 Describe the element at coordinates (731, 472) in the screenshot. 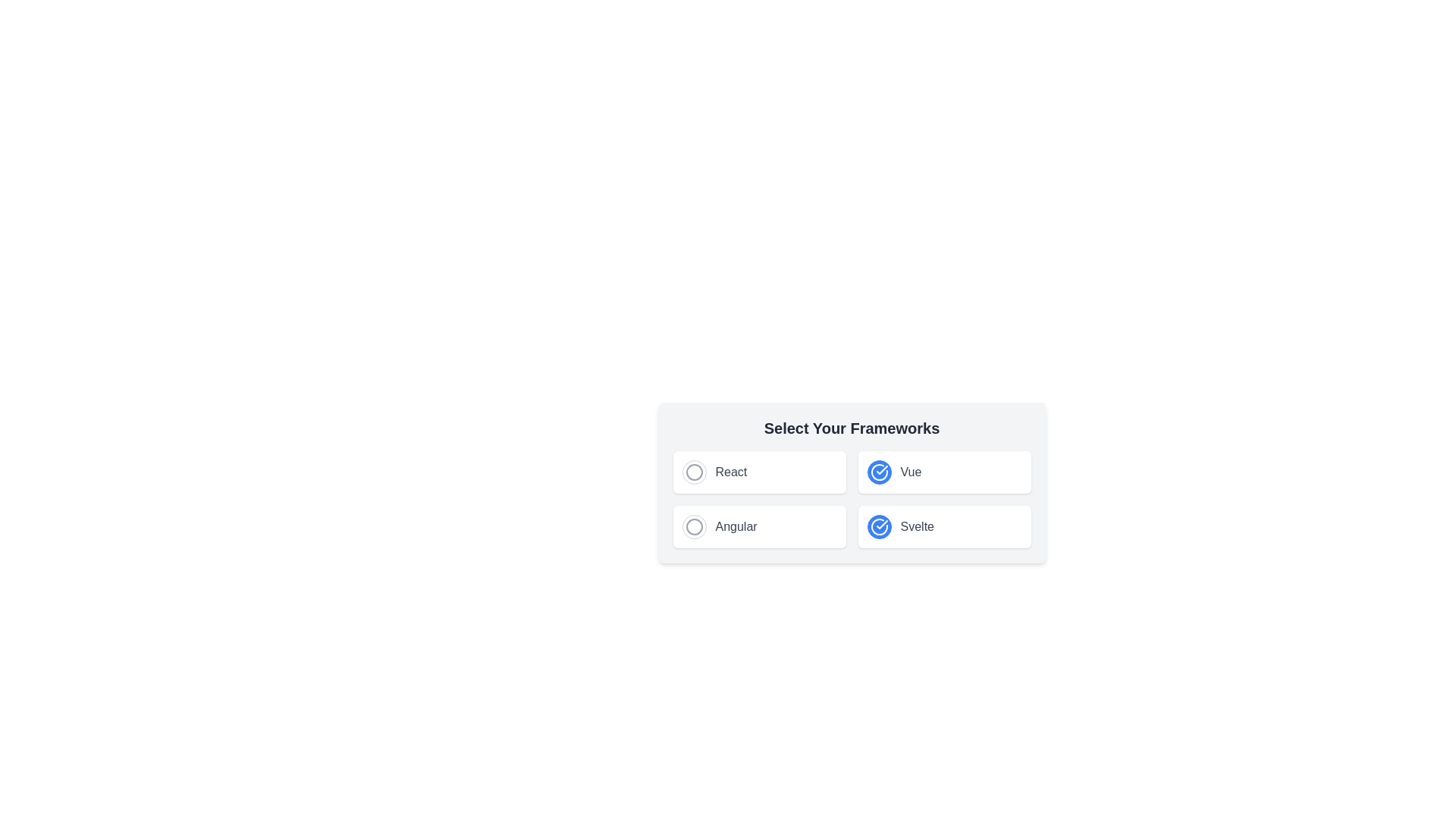

I see `text of the Text label that indicates the associated framework option, located in the top-left cell of the framework selection grid, adjacent to an unmarked radio button icon` at that location.